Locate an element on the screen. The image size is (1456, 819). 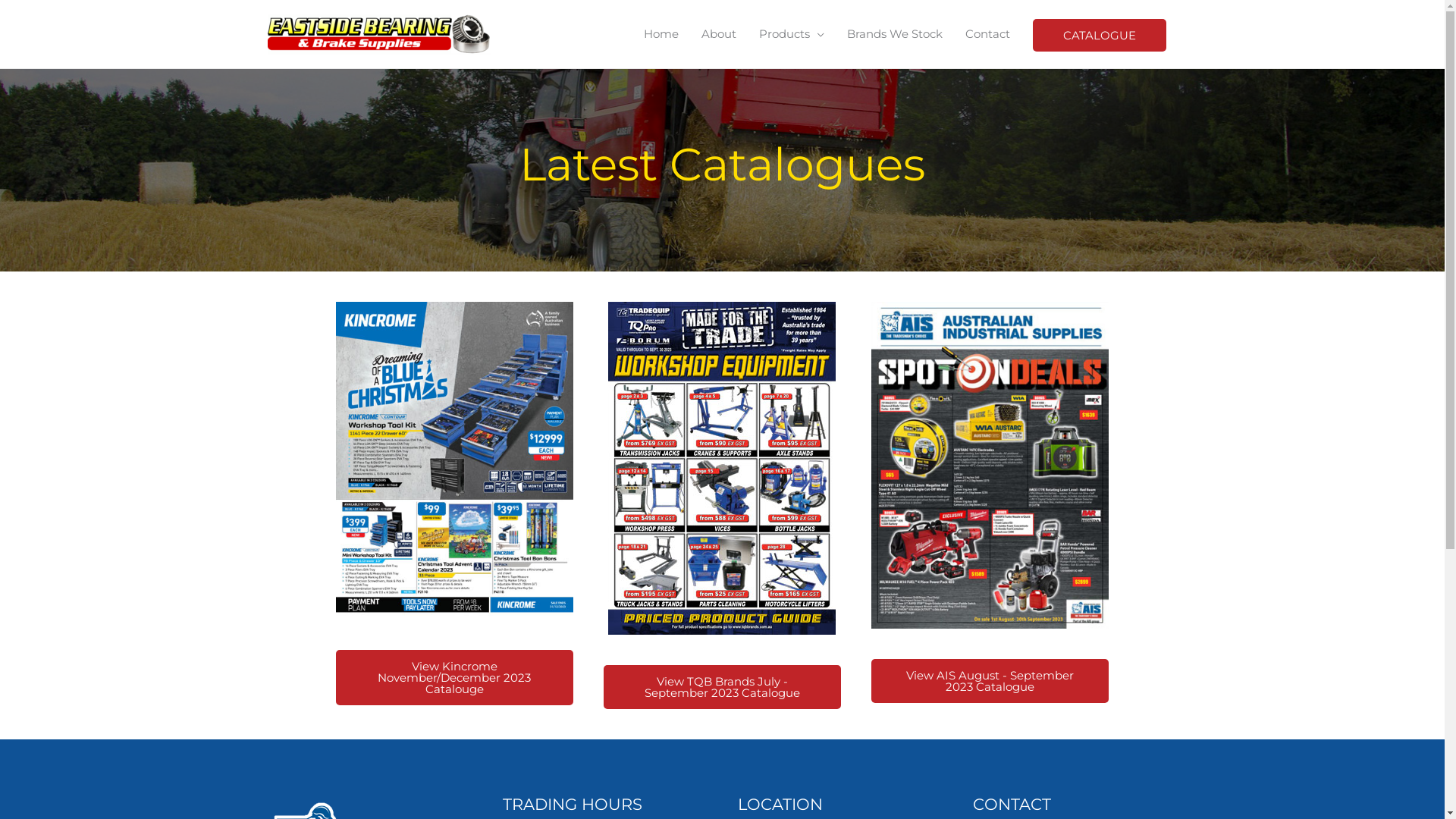
'Products' is located at coordinates (790, 34).